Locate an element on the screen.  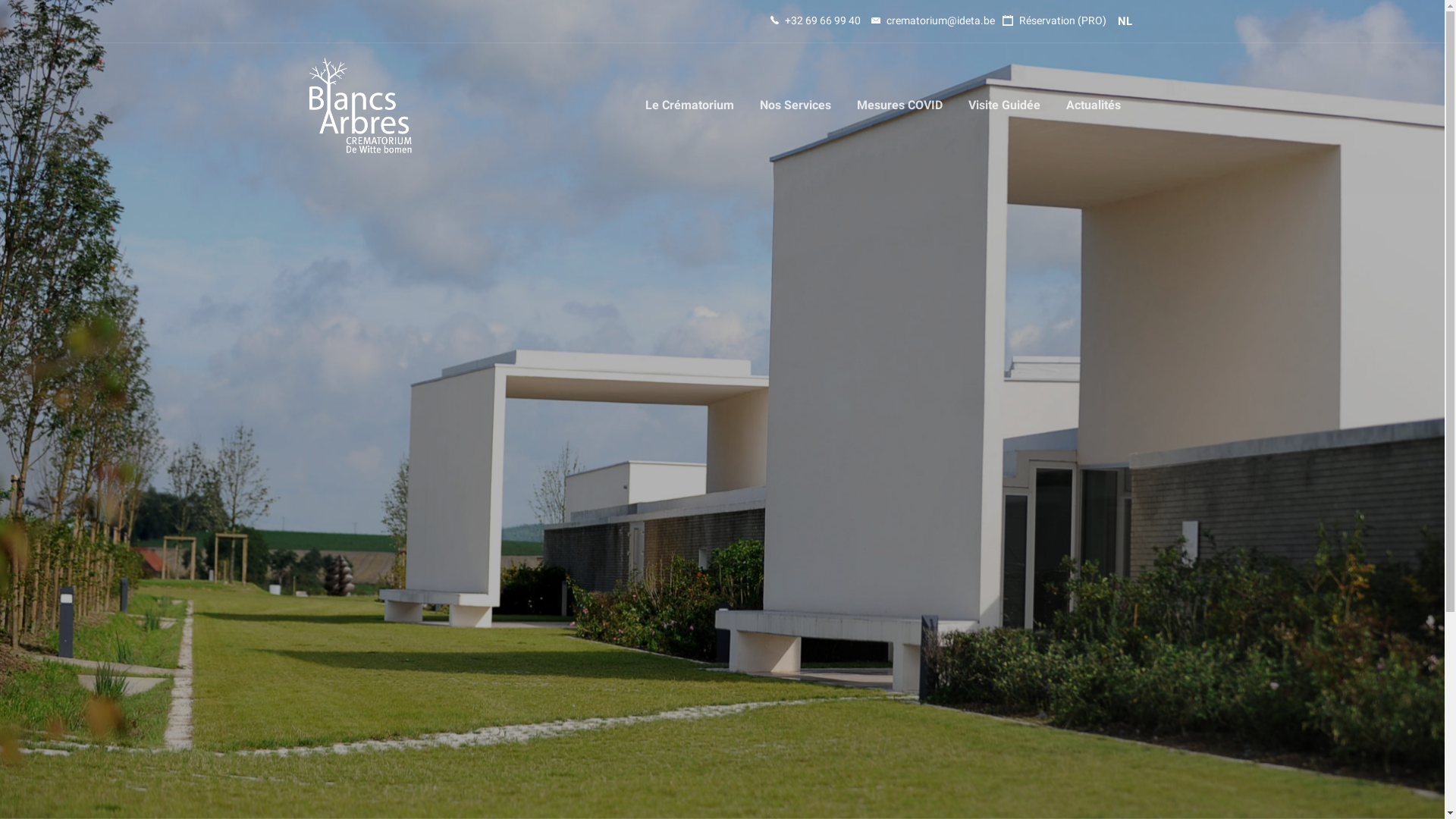
'Nous contacter' is located at coordinates (773, 605).